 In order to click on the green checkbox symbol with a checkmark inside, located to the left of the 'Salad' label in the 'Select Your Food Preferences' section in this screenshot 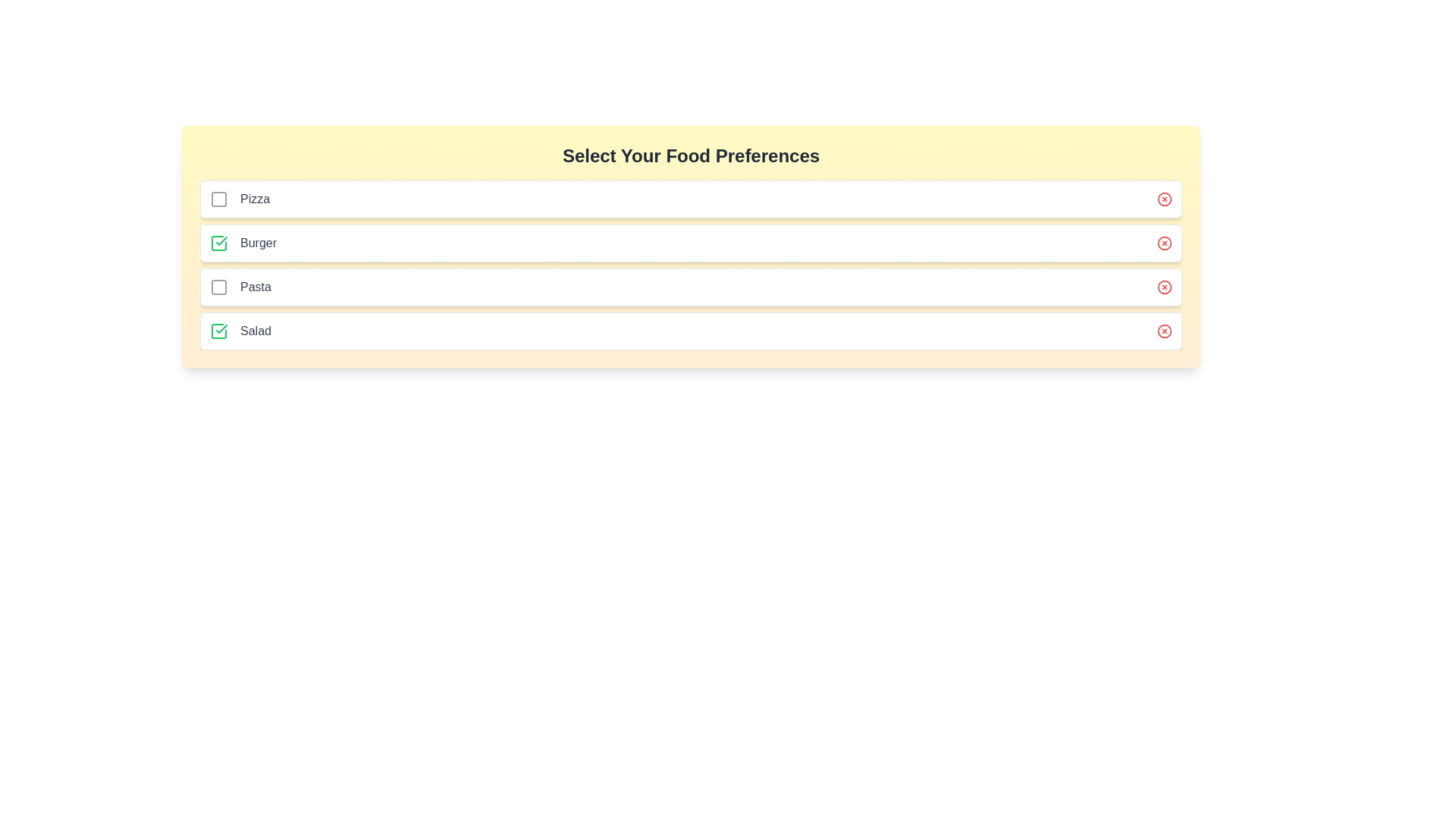, I will do `click(218, 330)`.